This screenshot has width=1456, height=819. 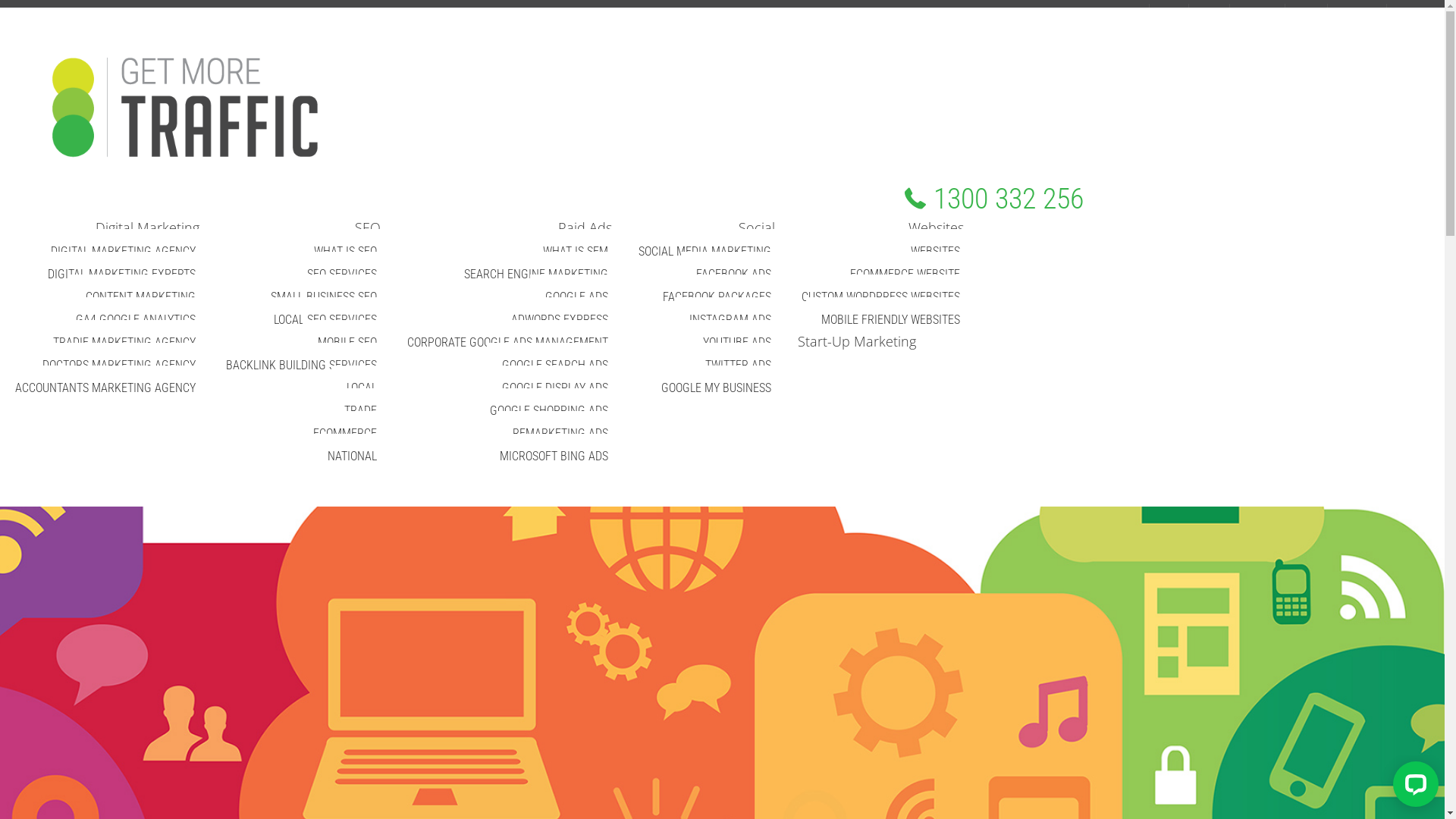 What do you see at coordinates (905, 274) in the screenshot?
I see `'ECOMMERCE WEBSITE'` at bounding box center [905, 274].